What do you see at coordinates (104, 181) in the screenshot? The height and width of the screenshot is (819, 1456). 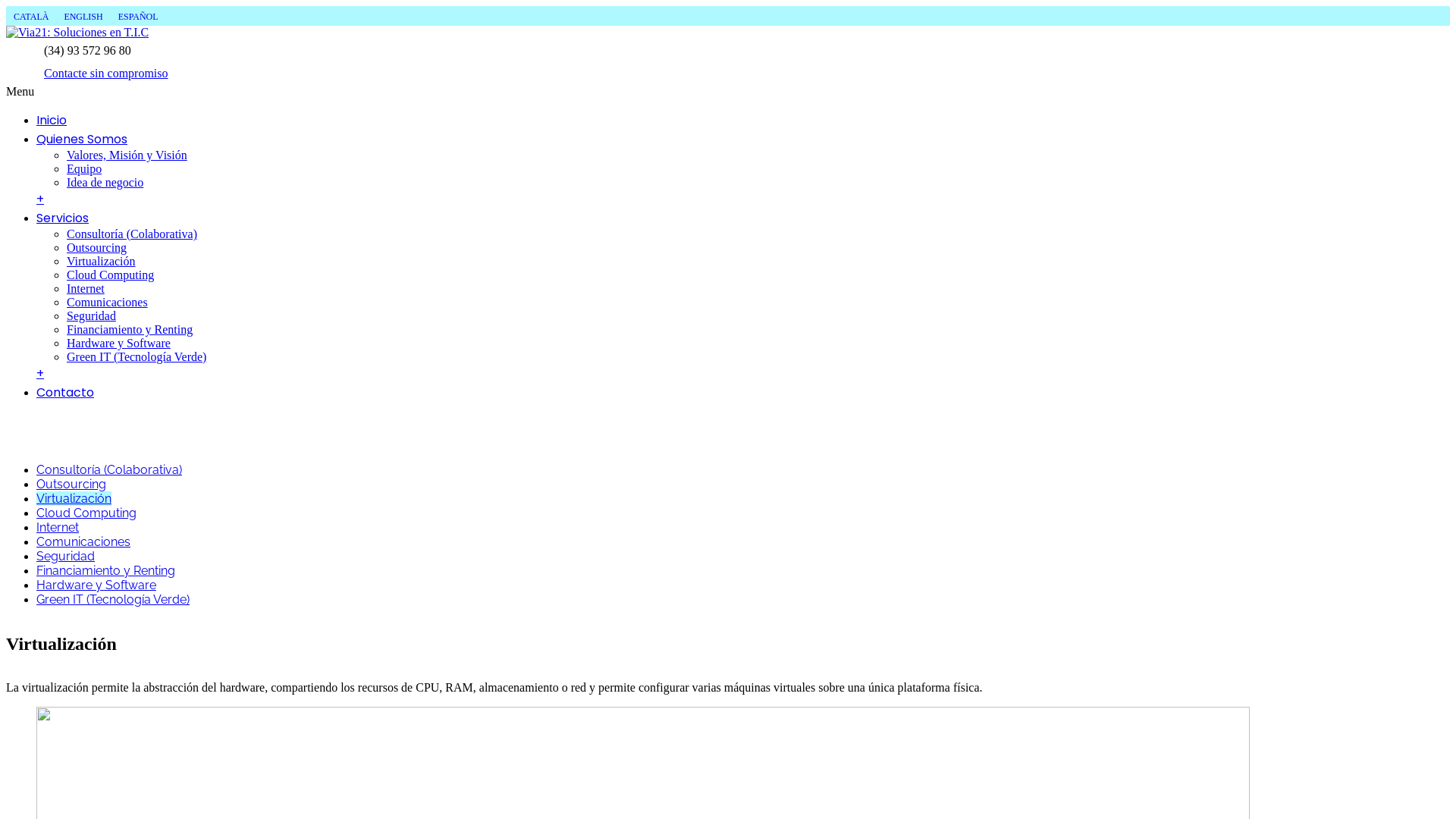 I see `'Idea de negocio'` at bounding box center [104, 181].